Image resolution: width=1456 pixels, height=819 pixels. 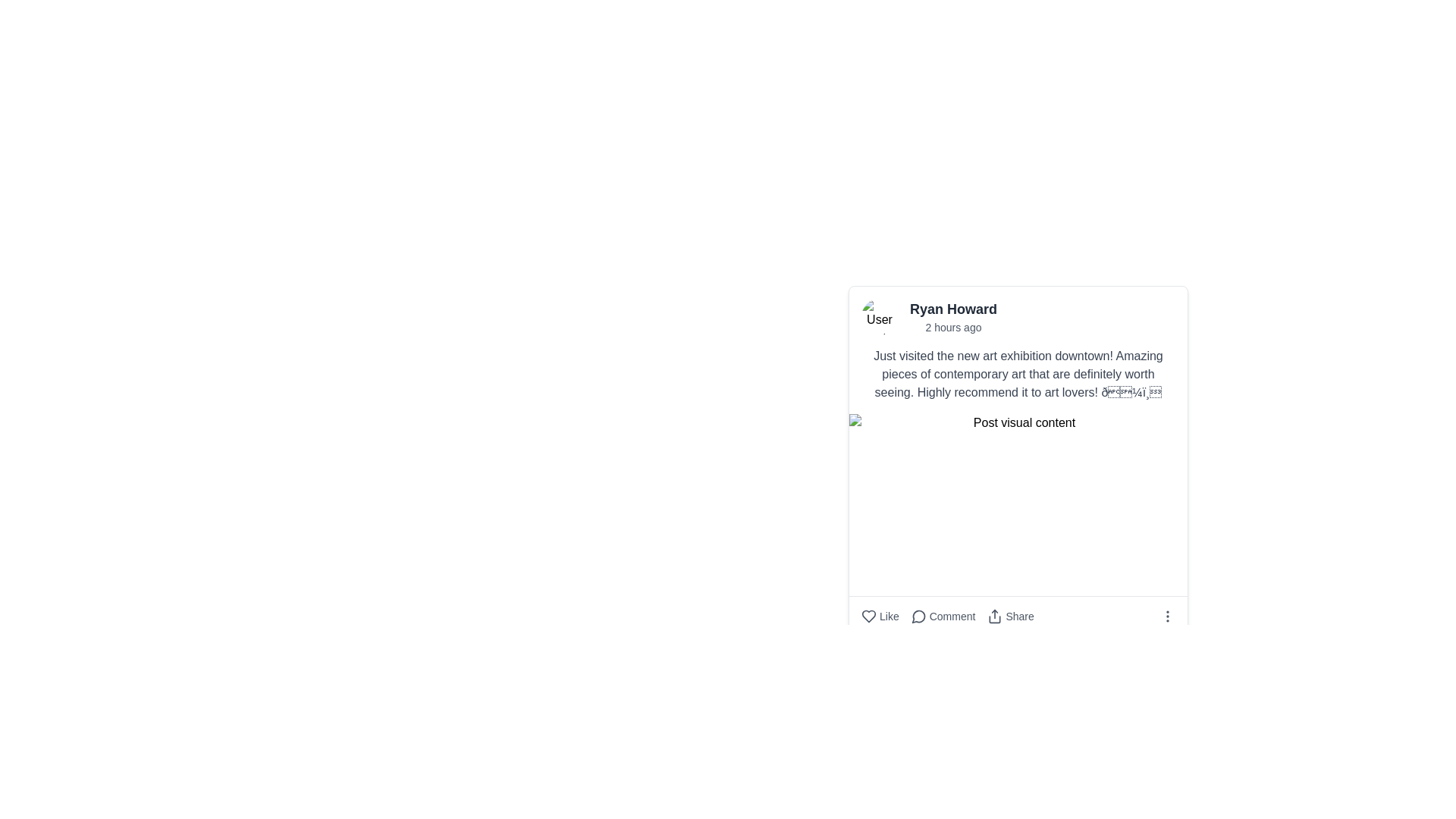 What do you see at coordinates (995, 617) in the screenshot?
I see `the share icon, which features an upward-pointing arrow with a gray outline, located to the left of the 'Share' text in the bottom right corner of the post interface` at bounding box center [995, 617].